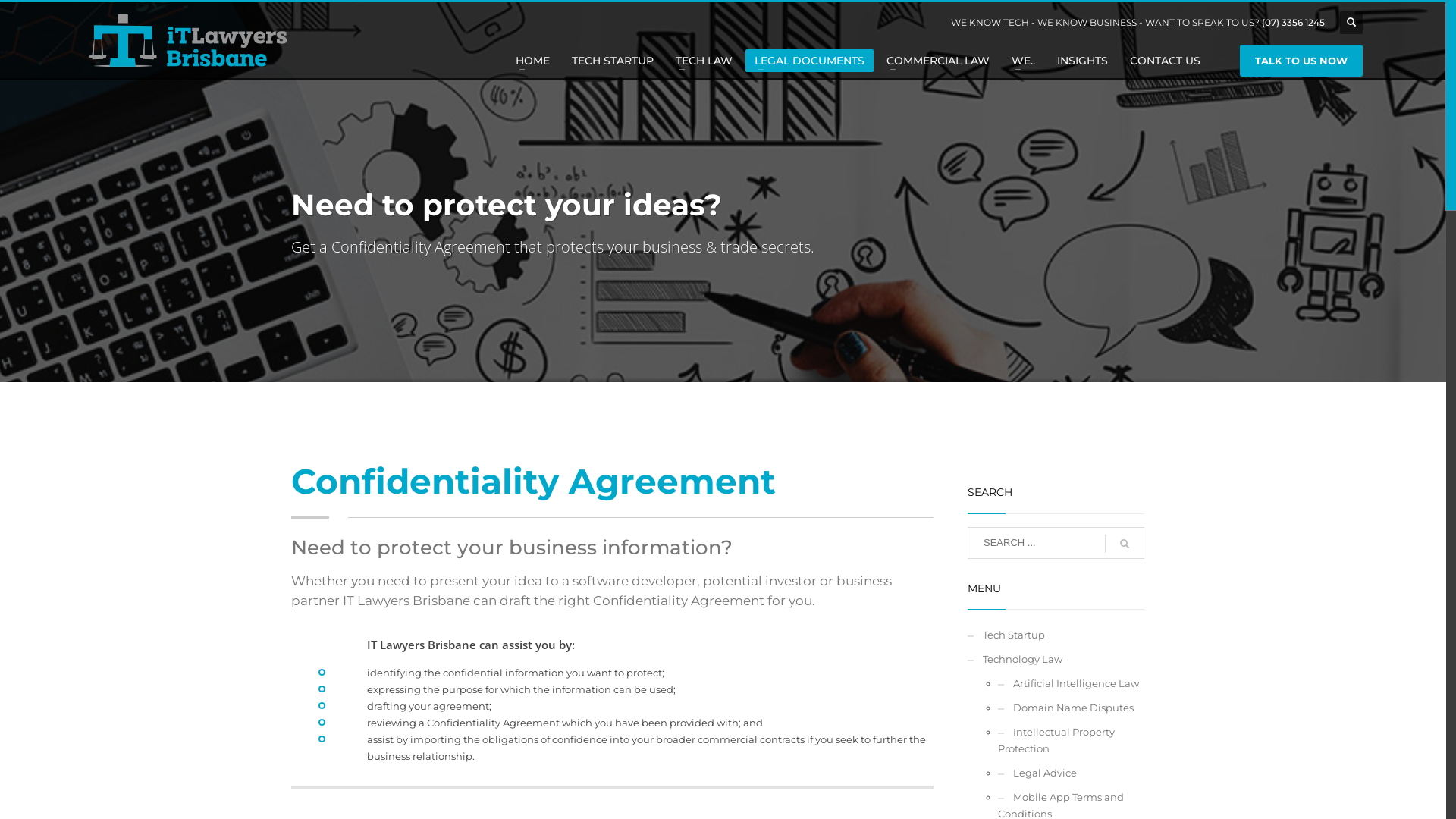 The height and width of the screenshot is (819, 1456). What do you see at coordinates (937, 60) in the screenshot?
I see `'COMMERCIAL LAW'` at bounding box center [937, 60].